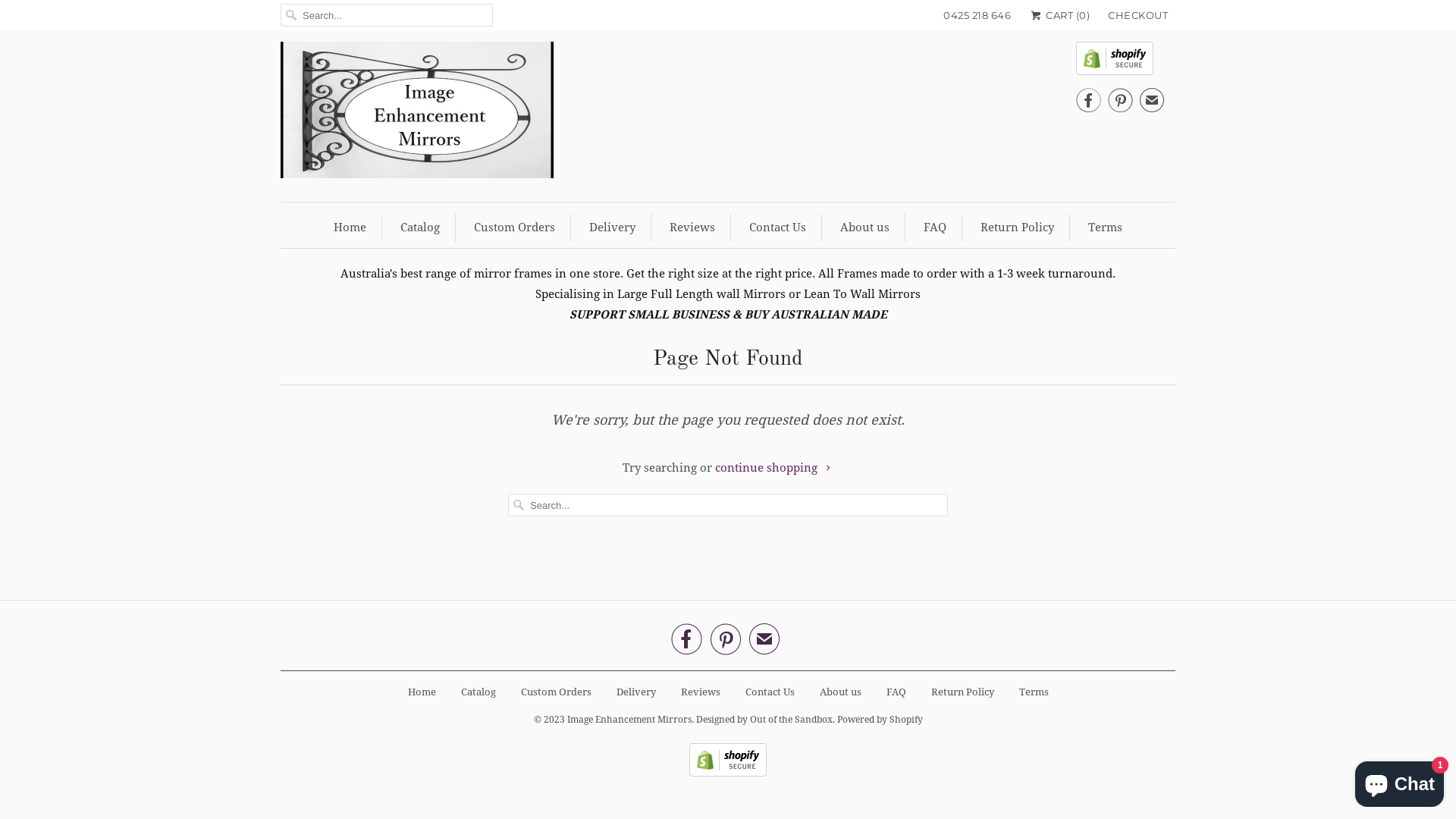 Image resolution: width=1456 pixels, height=819 pixels. Describe the element at coordinates (864, 227) in the screenshot. I see `'About us'` at that location.